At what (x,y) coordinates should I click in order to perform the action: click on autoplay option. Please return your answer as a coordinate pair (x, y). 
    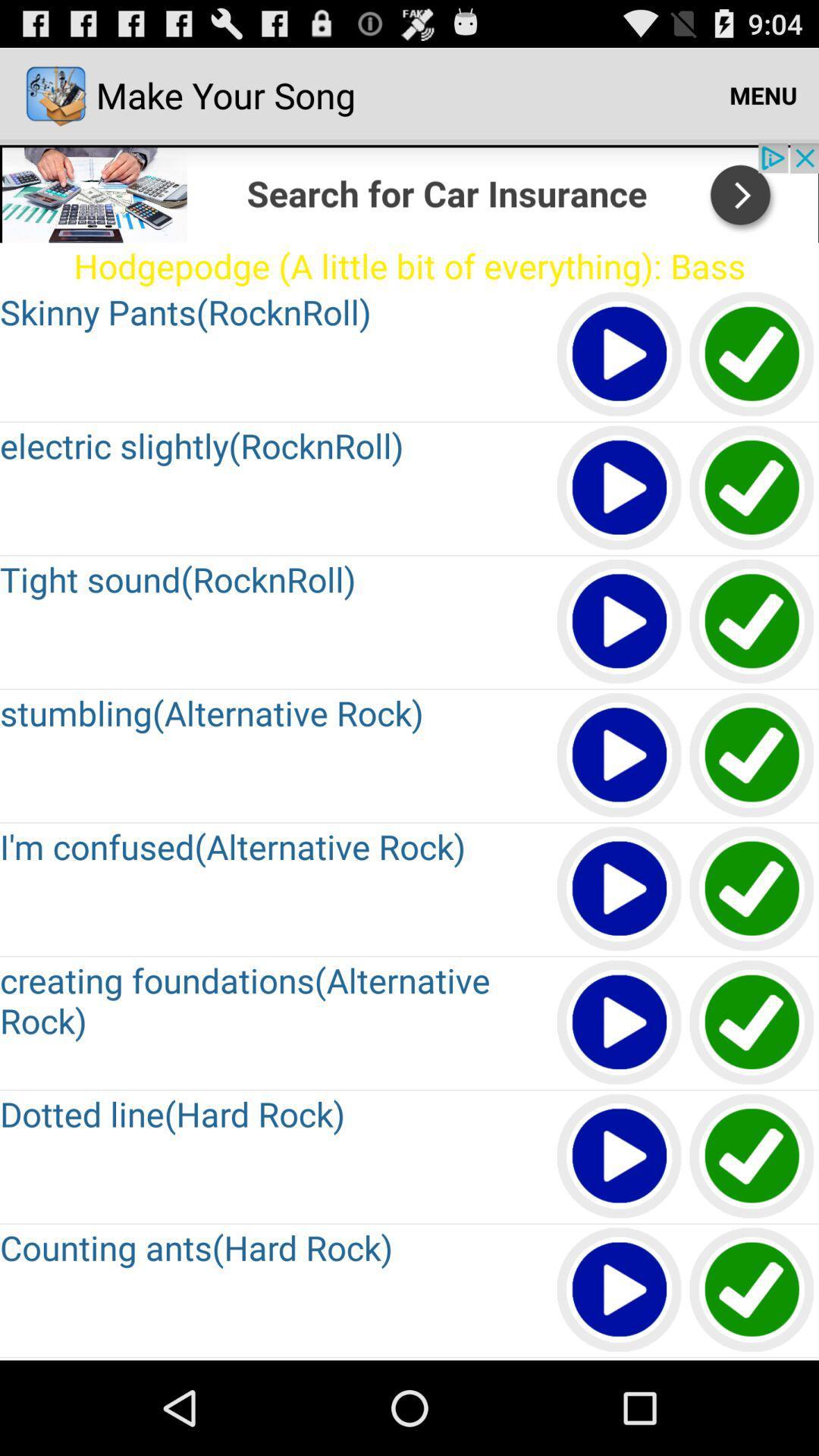
    Looking at the image, I should click on (620, 1156).